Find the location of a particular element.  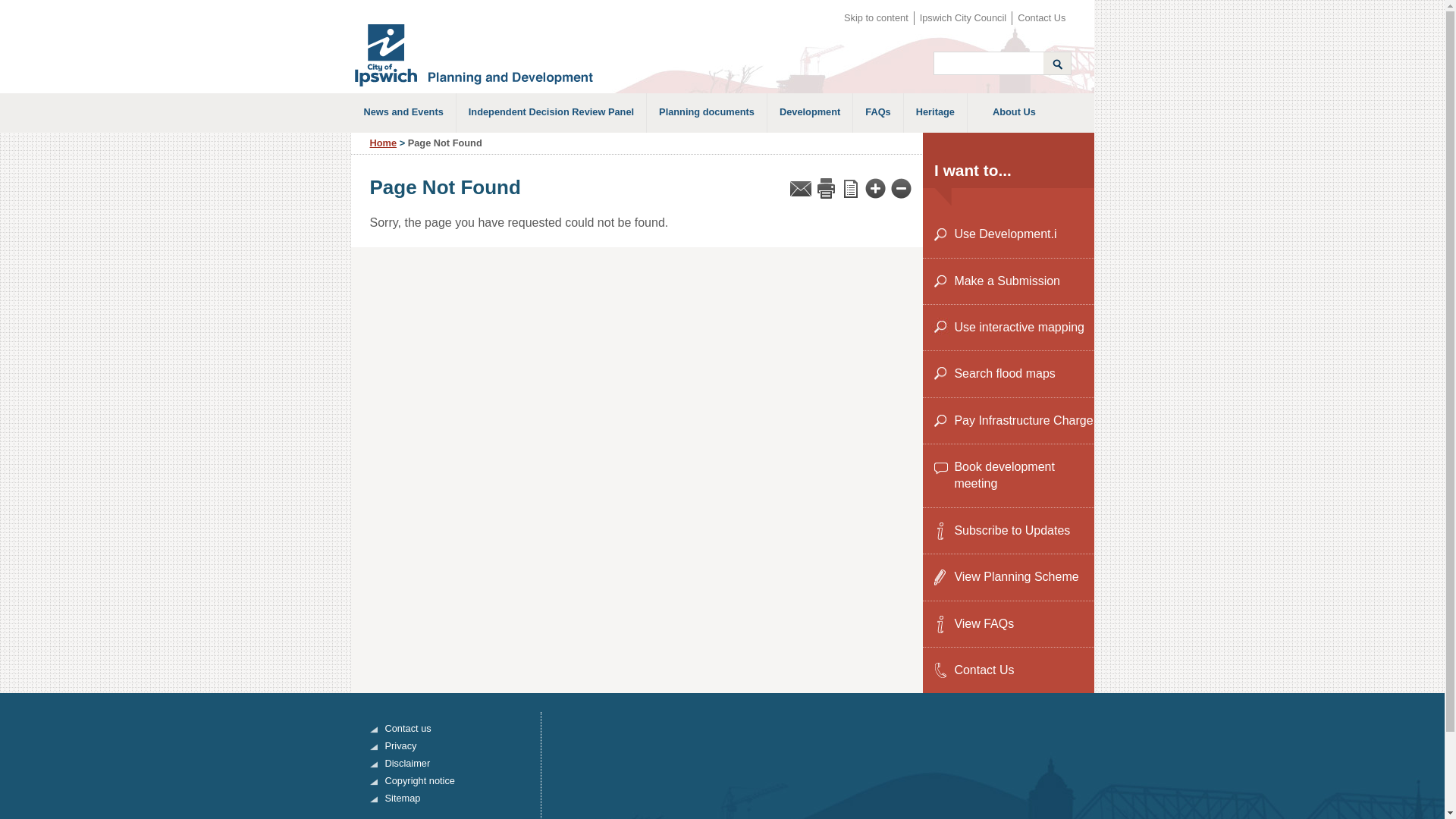

'Contact Us' is located at coordinates (1040, 17).